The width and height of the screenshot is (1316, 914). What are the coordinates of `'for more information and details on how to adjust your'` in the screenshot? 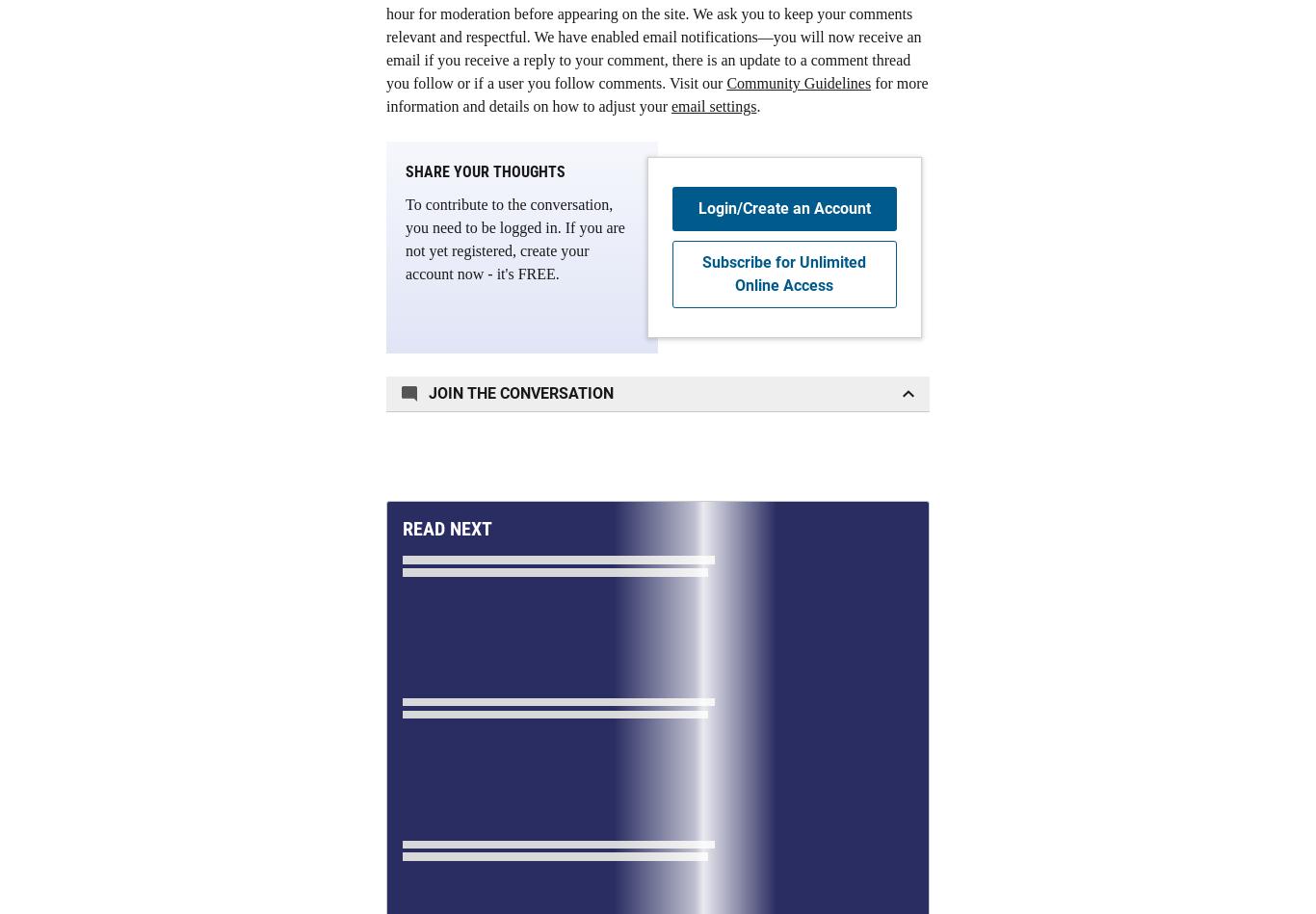 It's located at (656, 94).